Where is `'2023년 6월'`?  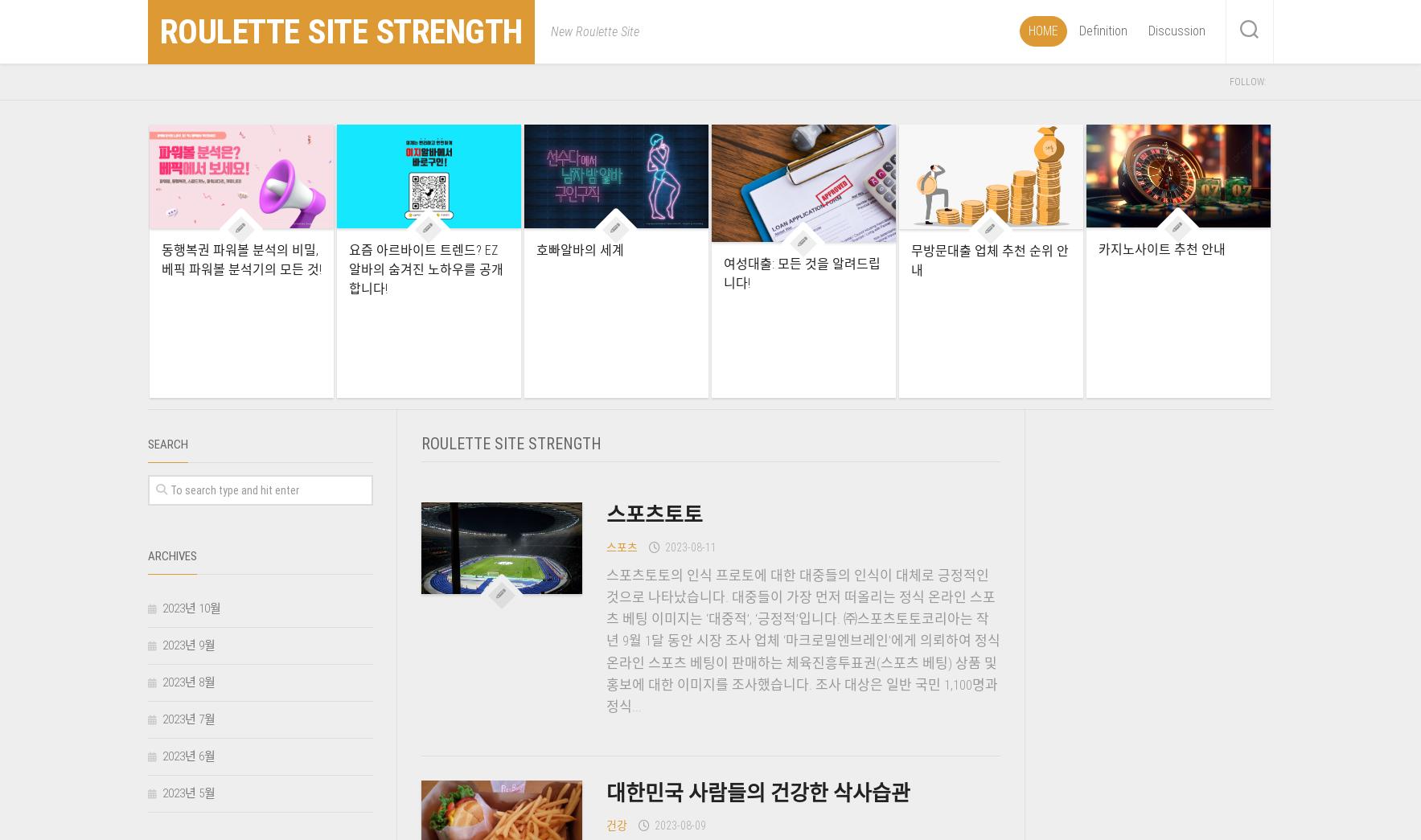
'2023년 6월' is located at coordinates (187, 756).